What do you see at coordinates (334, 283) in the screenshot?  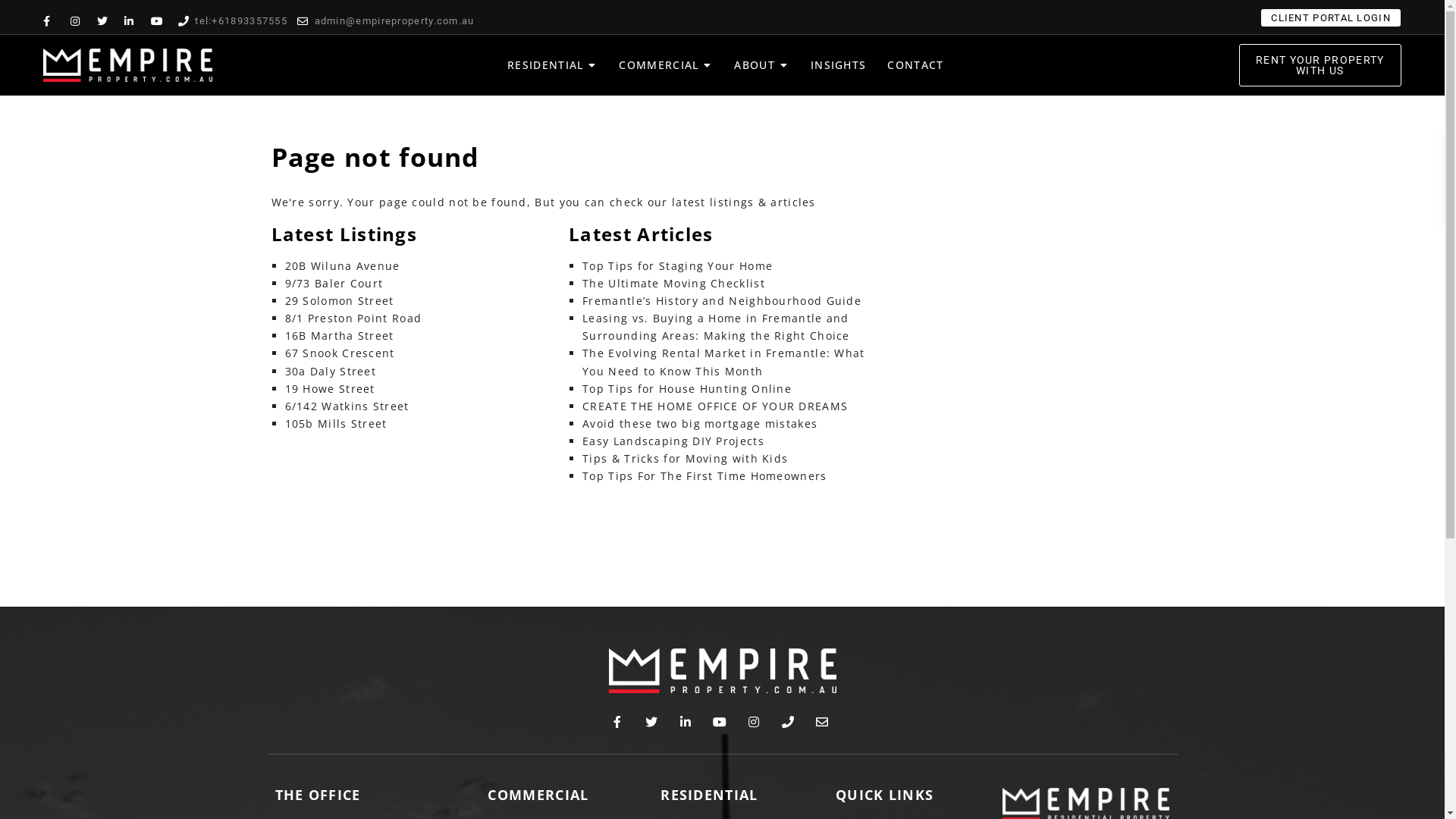 I see `'9/73 Baler Court'` at bounding box center [334, 283].